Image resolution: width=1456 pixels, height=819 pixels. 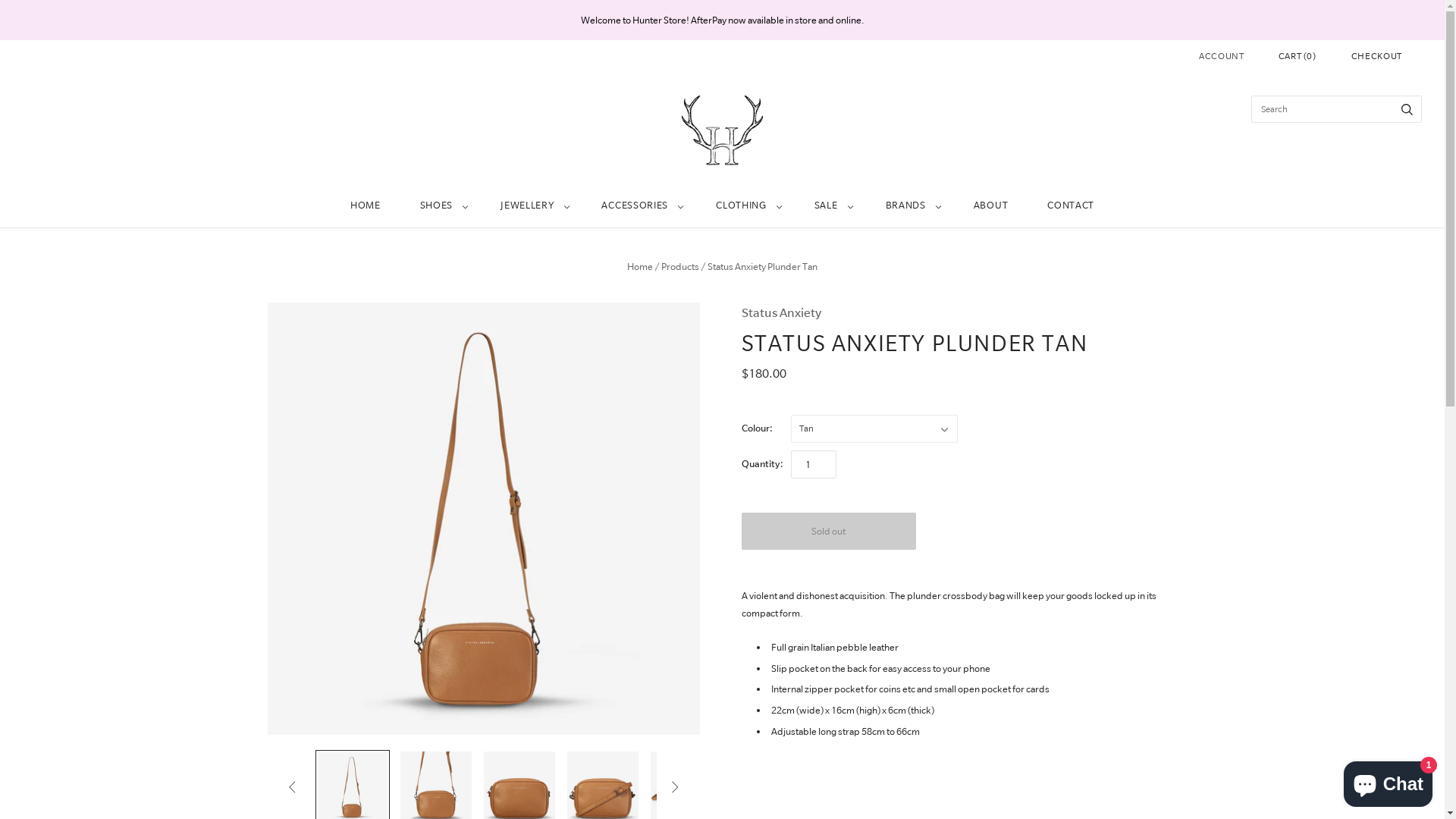 What do you see at coordinates (1277, 55) in the screenshot?
I see `'CART (0)'` at bounding box center [1277, 55].